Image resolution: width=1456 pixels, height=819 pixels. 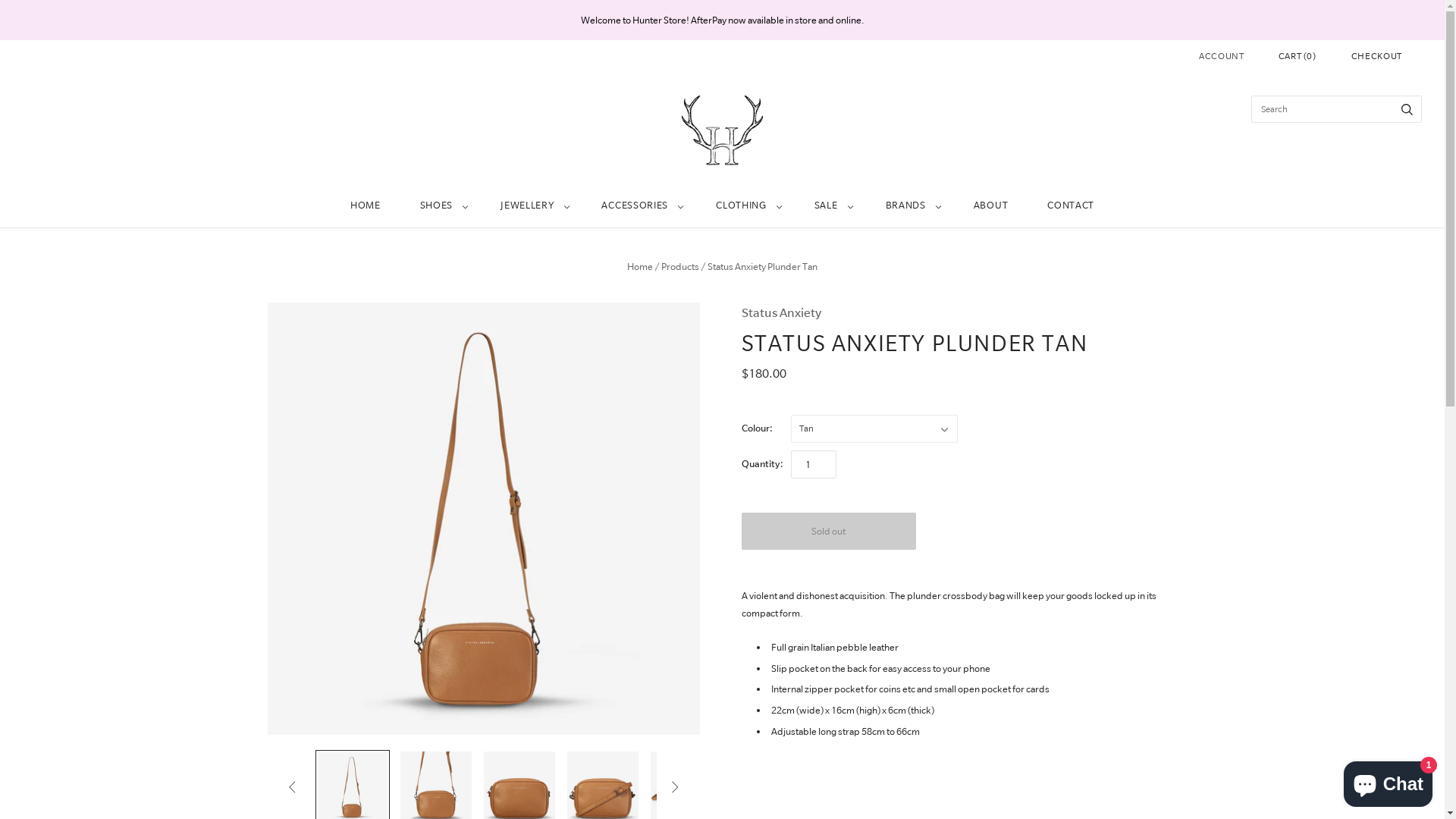 What do you see at coordinates (1277, 55) in the screenshot?
I see `'CART (0)'` at bounding box center [1277, 55].